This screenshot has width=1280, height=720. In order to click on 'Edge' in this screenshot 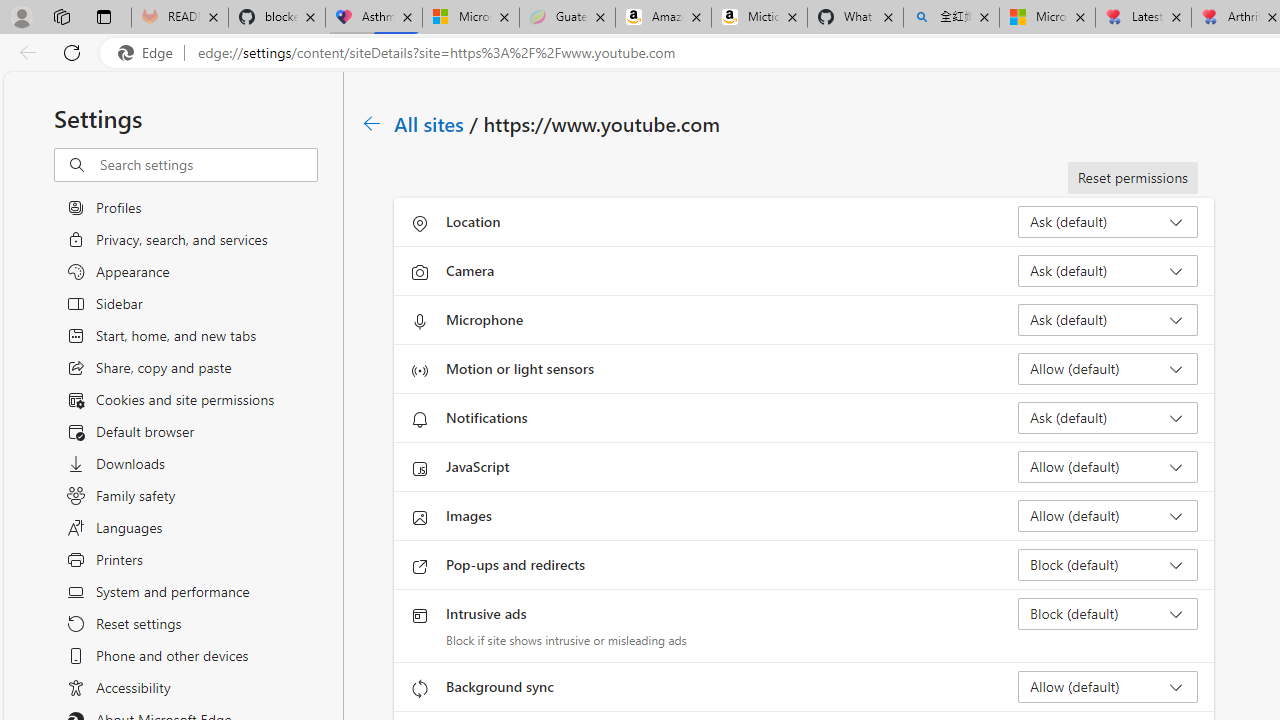, I will do `click(149, 52)`.